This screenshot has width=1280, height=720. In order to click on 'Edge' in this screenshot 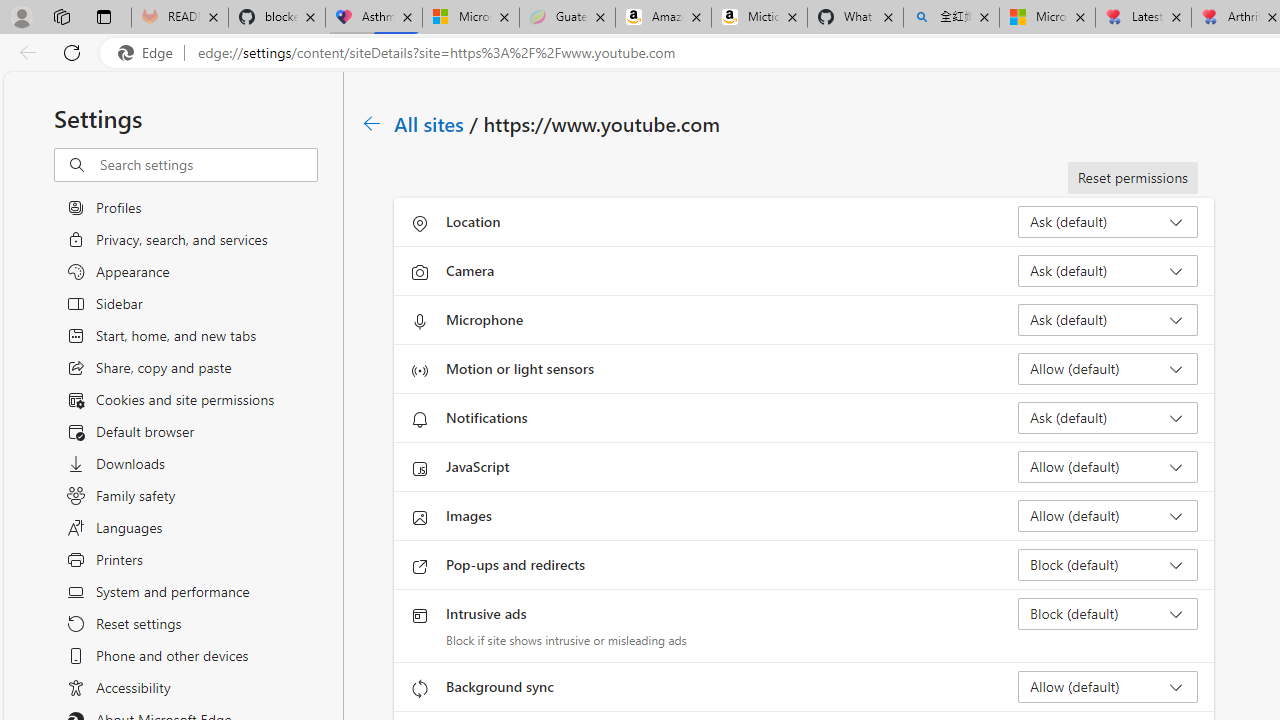, I will do `click(149, 52)`.